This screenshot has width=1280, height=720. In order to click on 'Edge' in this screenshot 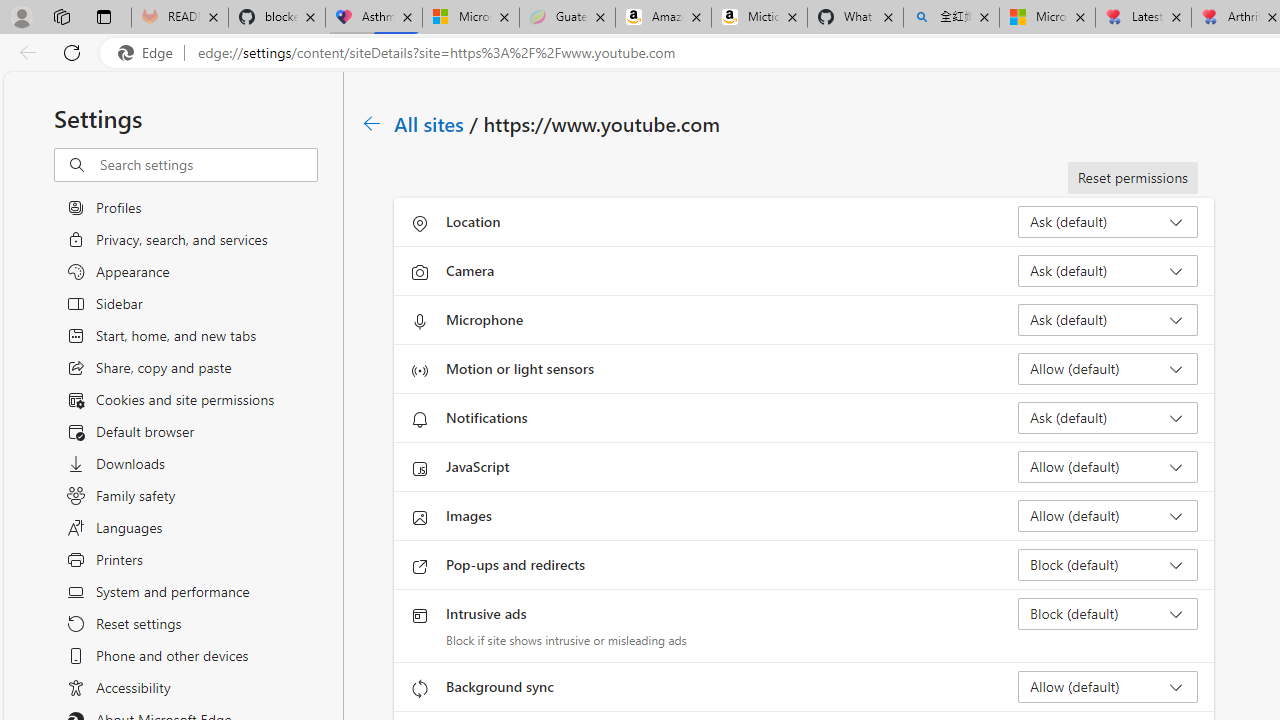, I will do `click(149, 52)`.